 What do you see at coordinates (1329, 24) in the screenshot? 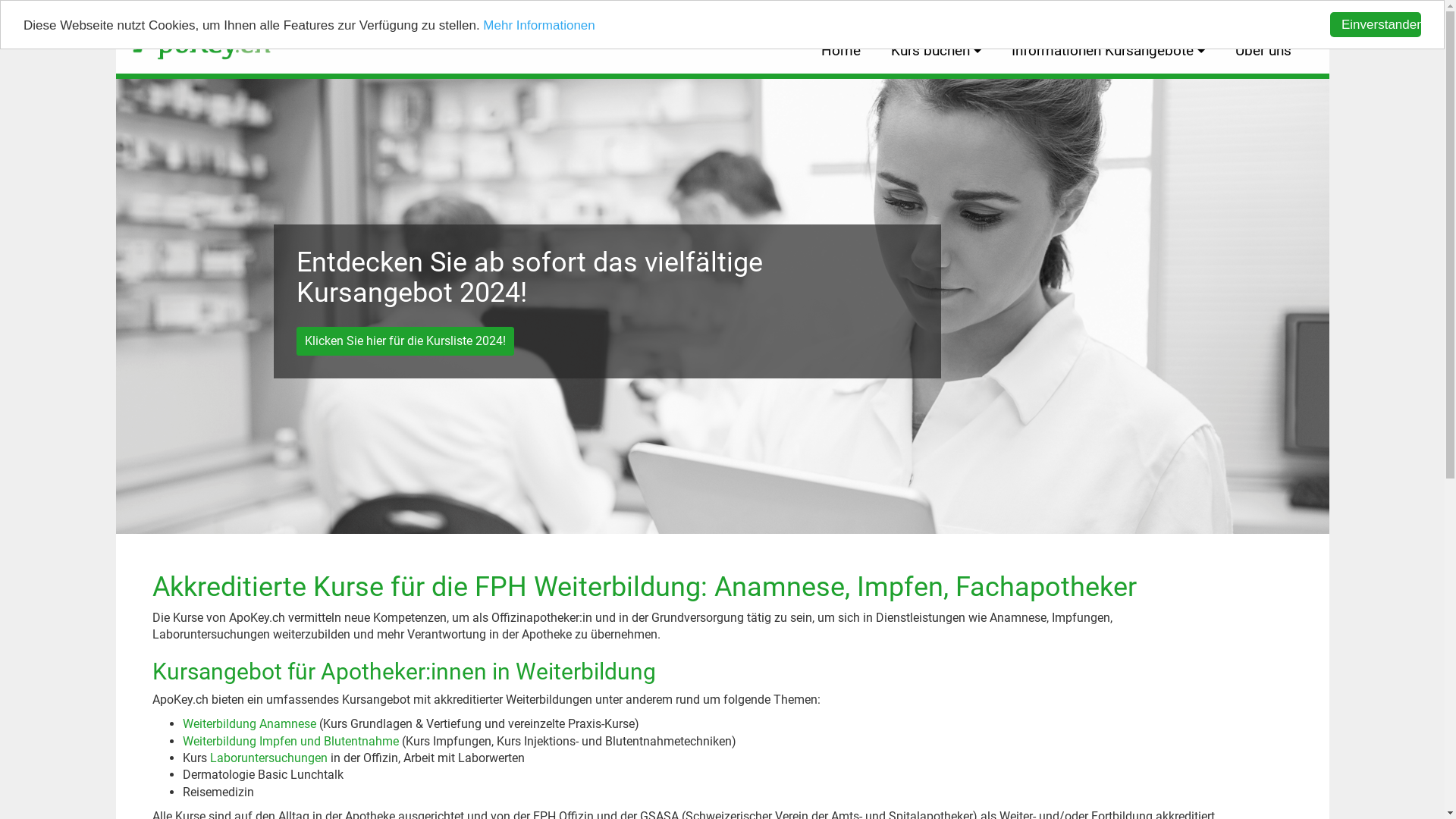
I see `'Einverstanden!'` at bounding box center [1329, 24].